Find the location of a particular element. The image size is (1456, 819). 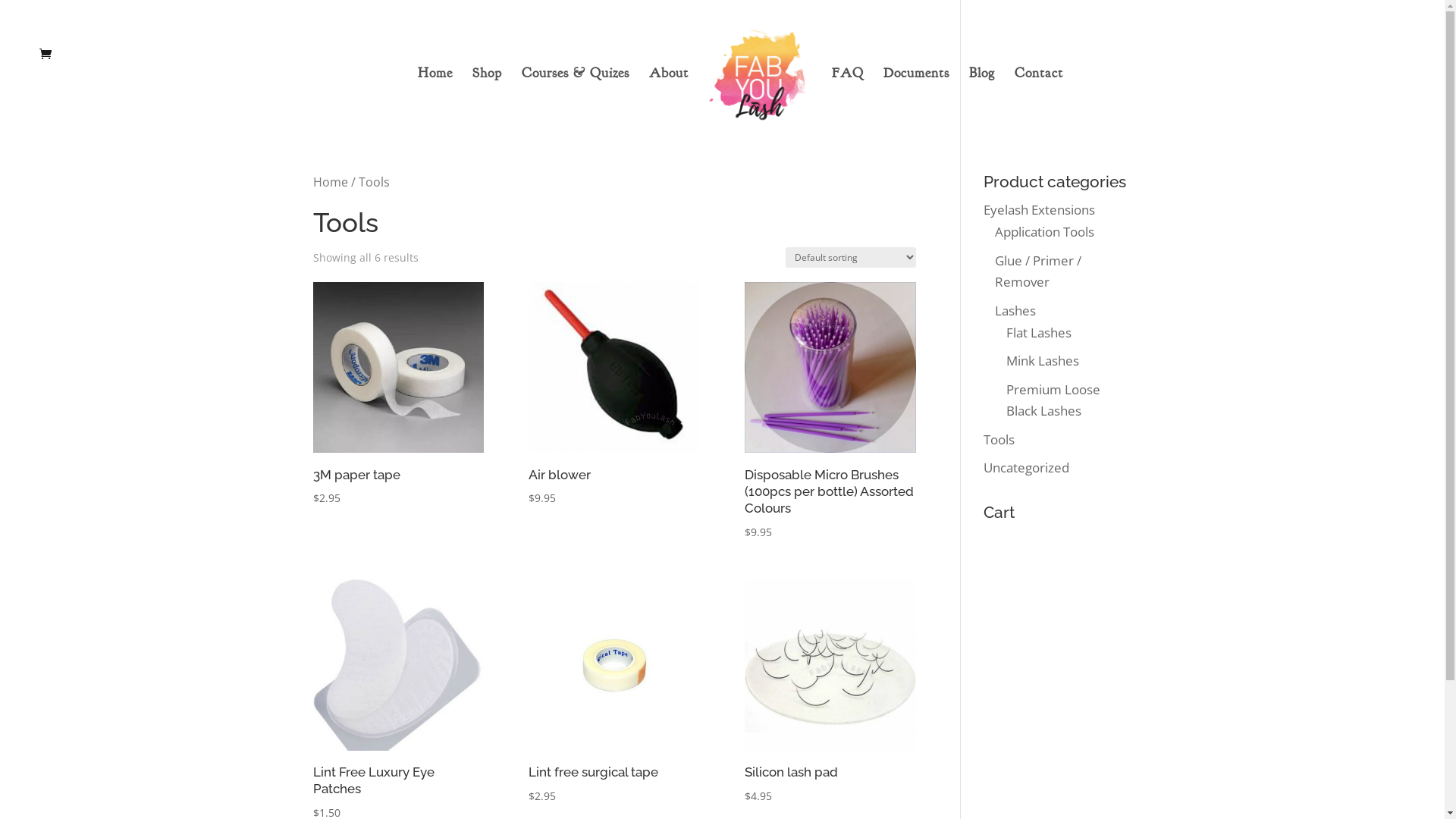

'Eyelash Extensions' is located at coordinates (983, 209).